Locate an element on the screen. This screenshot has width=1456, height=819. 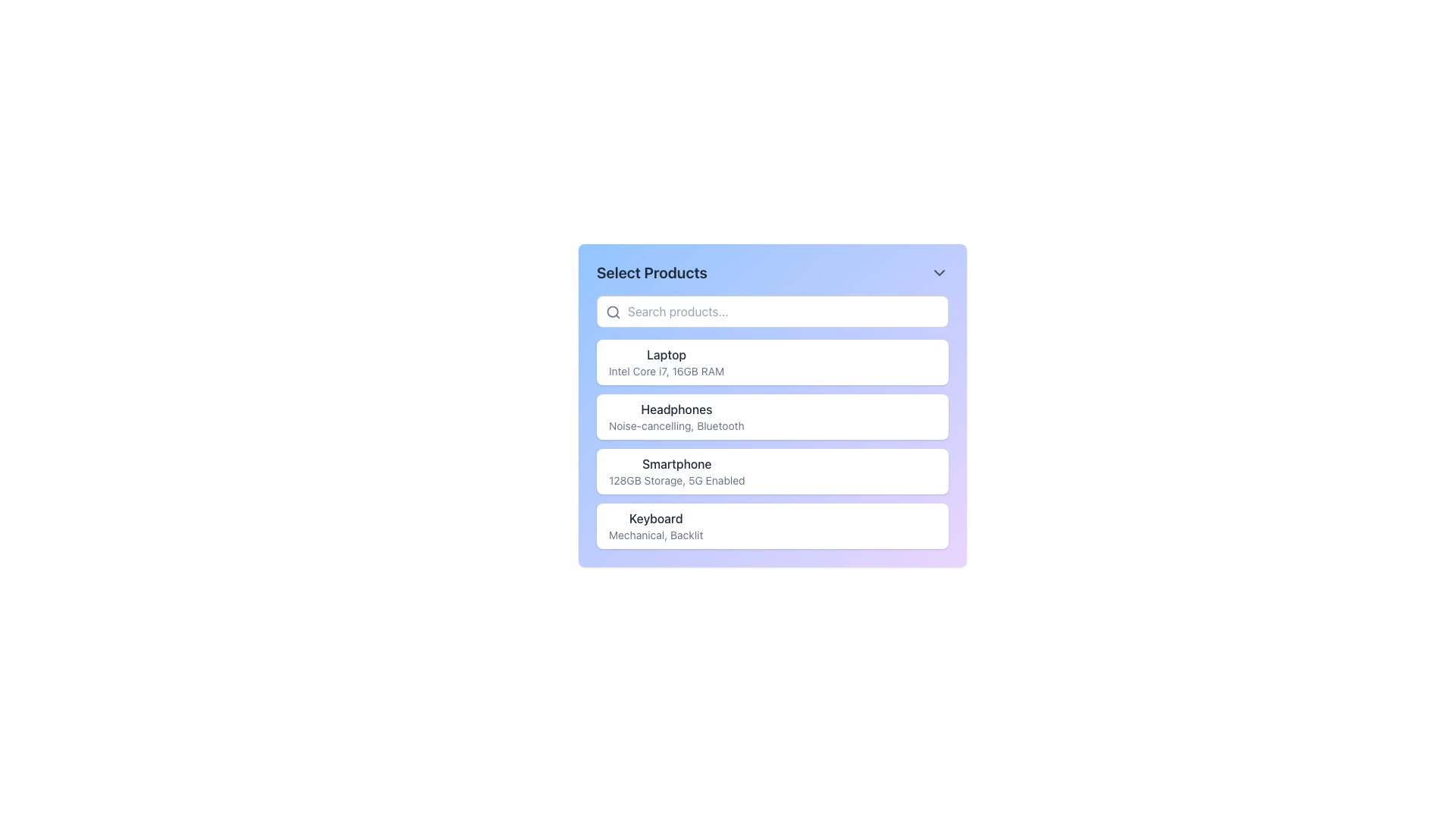
the Text description block displaying 'Smartphone' with details '128GB Storage, 5G Enabled', located in the product selection list under 'Select Products' is located at coordinates (676, 470).